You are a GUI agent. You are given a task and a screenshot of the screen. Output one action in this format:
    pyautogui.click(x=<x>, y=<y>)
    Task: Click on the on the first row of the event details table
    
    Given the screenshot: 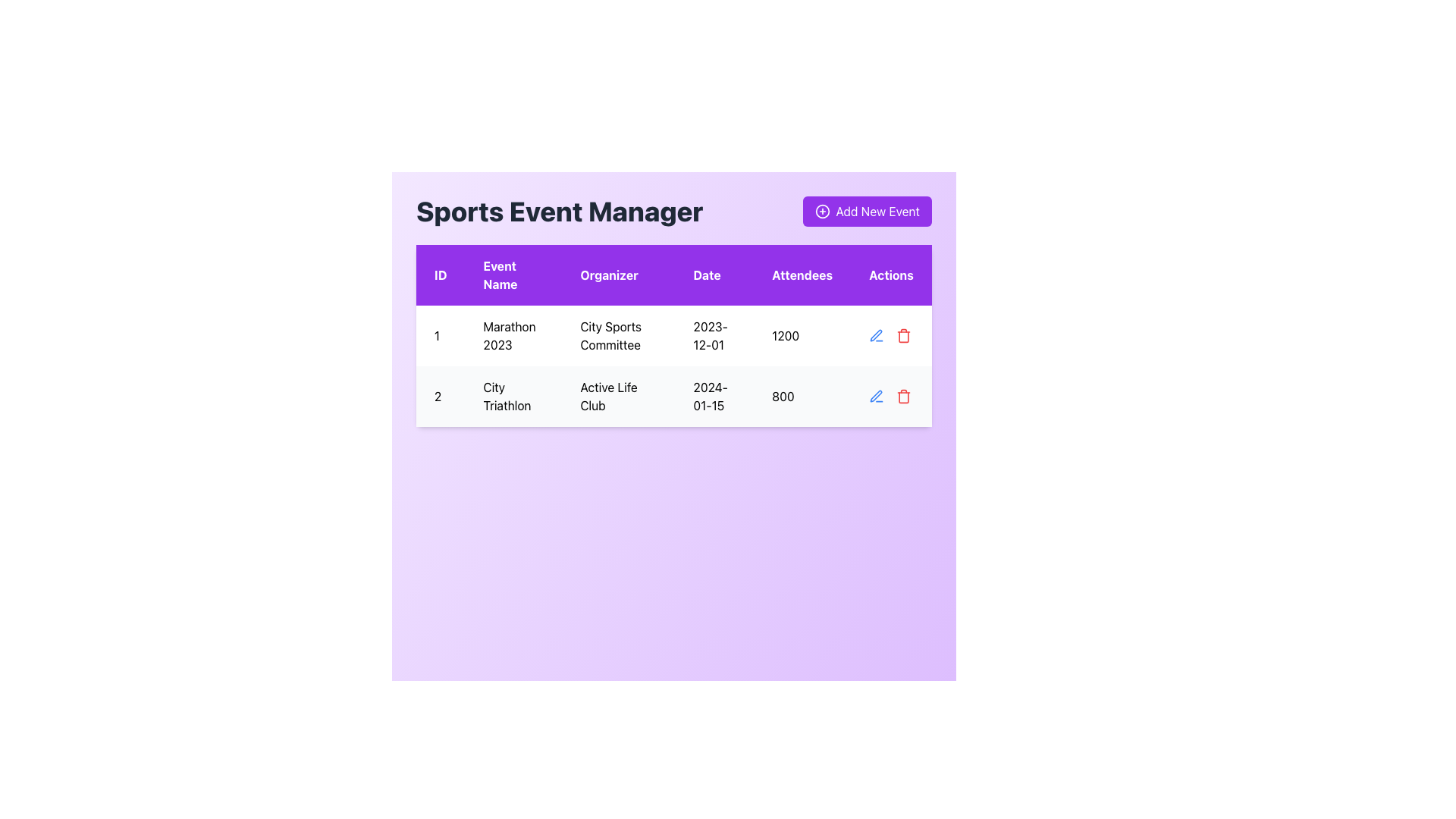 What is the action you would take?
    pyautogui.click(x=673, y=335)
    